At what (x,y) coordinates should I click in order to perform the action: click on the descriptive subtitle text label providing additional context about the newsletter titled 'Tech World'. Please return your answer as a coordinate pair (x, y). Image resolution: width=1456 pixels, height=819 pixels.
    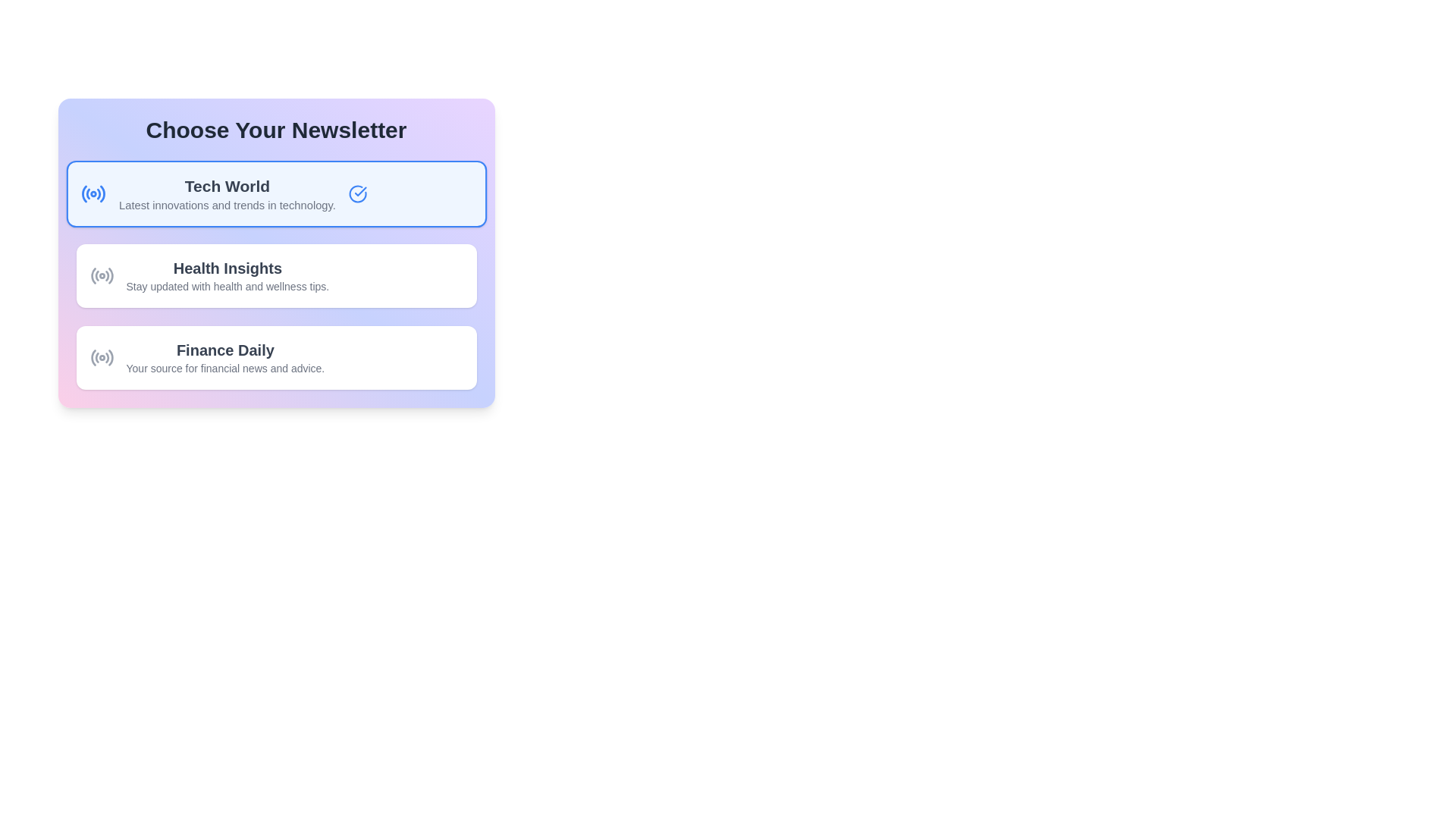
    Looking at the image, I should click on (226, 205).